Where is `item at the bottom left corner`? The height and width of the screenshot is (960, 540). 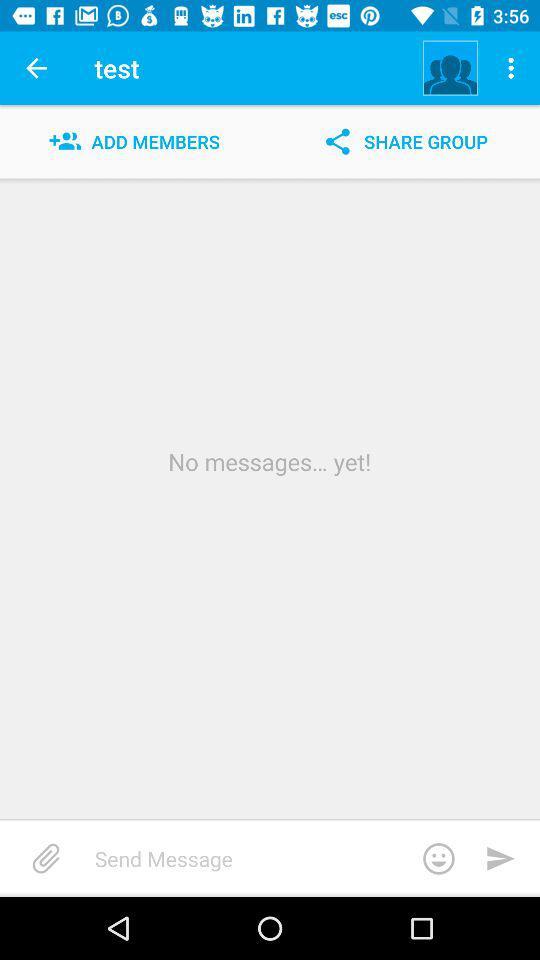
item at the bottom left corner is located at coordinates (46, 857).